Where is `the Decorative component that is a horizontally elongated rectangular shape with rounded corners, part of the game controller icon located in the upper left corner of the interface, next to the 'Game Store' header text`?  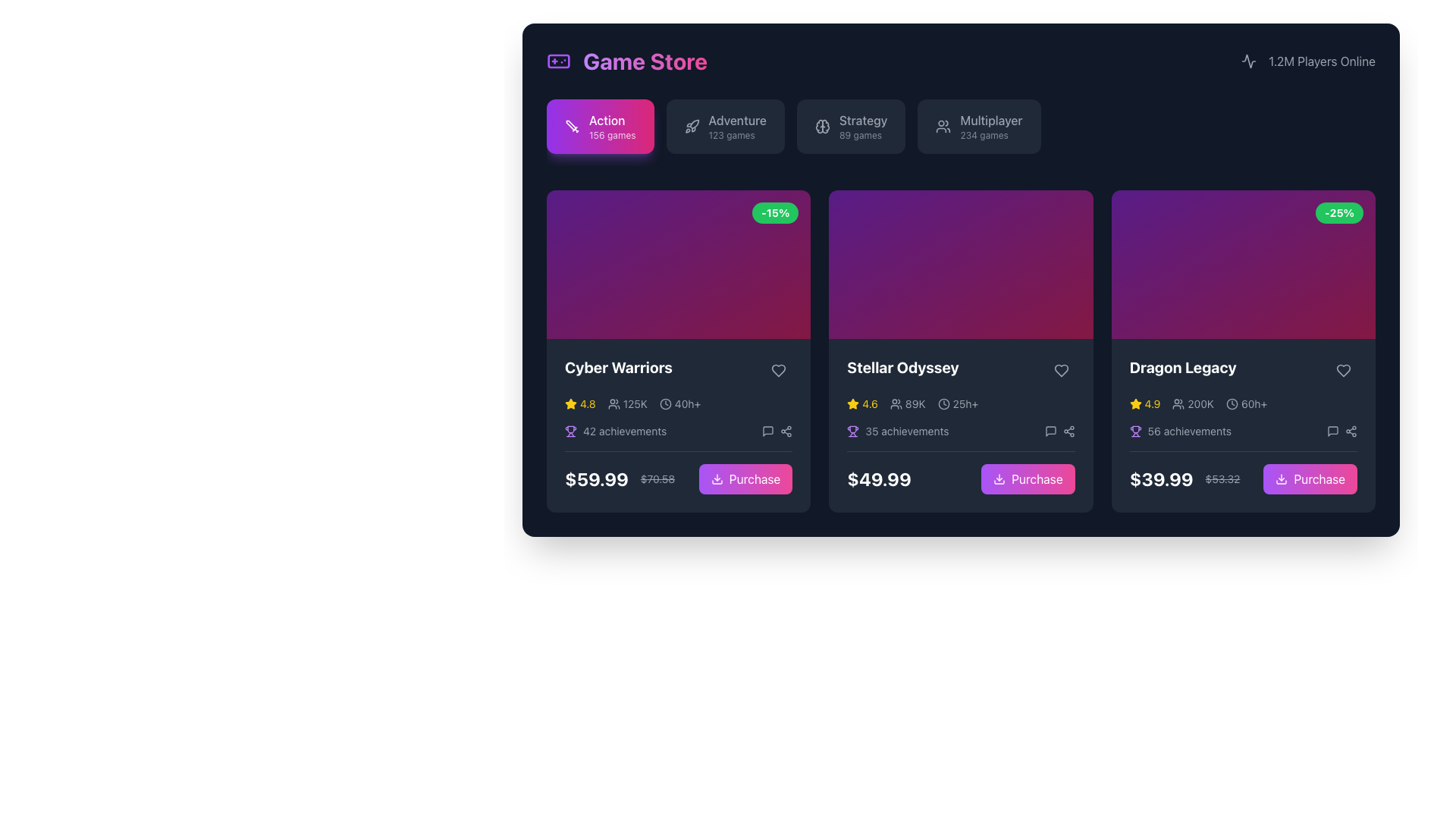
the Decorative component that is a horizontally elongated rectangular shape with rounded corners, part of the game controller icon located in the upper left corner of the interface, next to the 'Game Store' header text is located at coordinates (558, 61).